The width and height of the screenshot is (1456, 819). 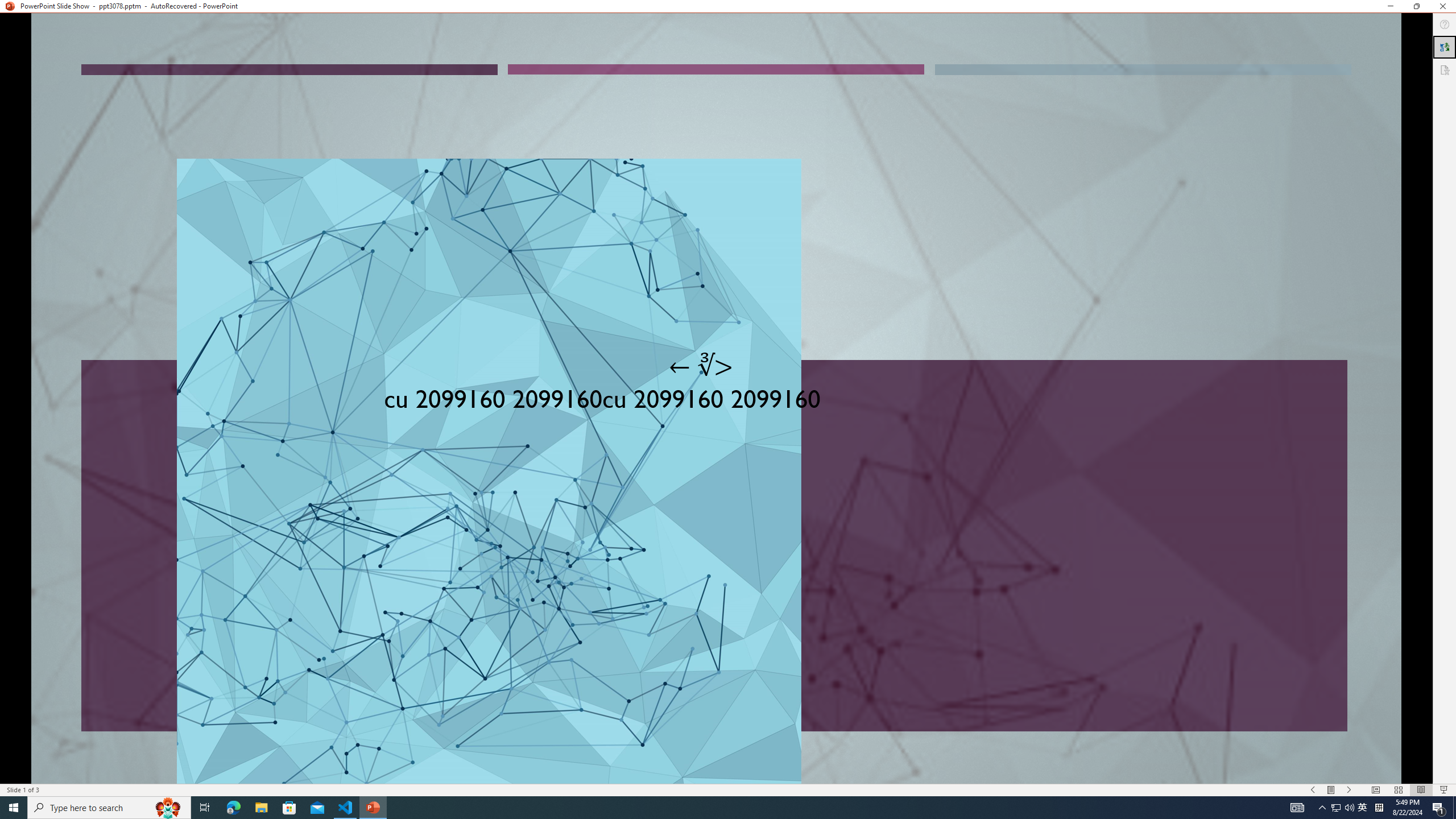 I want to click on 'Slide Show Next On', so click(x=1349, y=790).